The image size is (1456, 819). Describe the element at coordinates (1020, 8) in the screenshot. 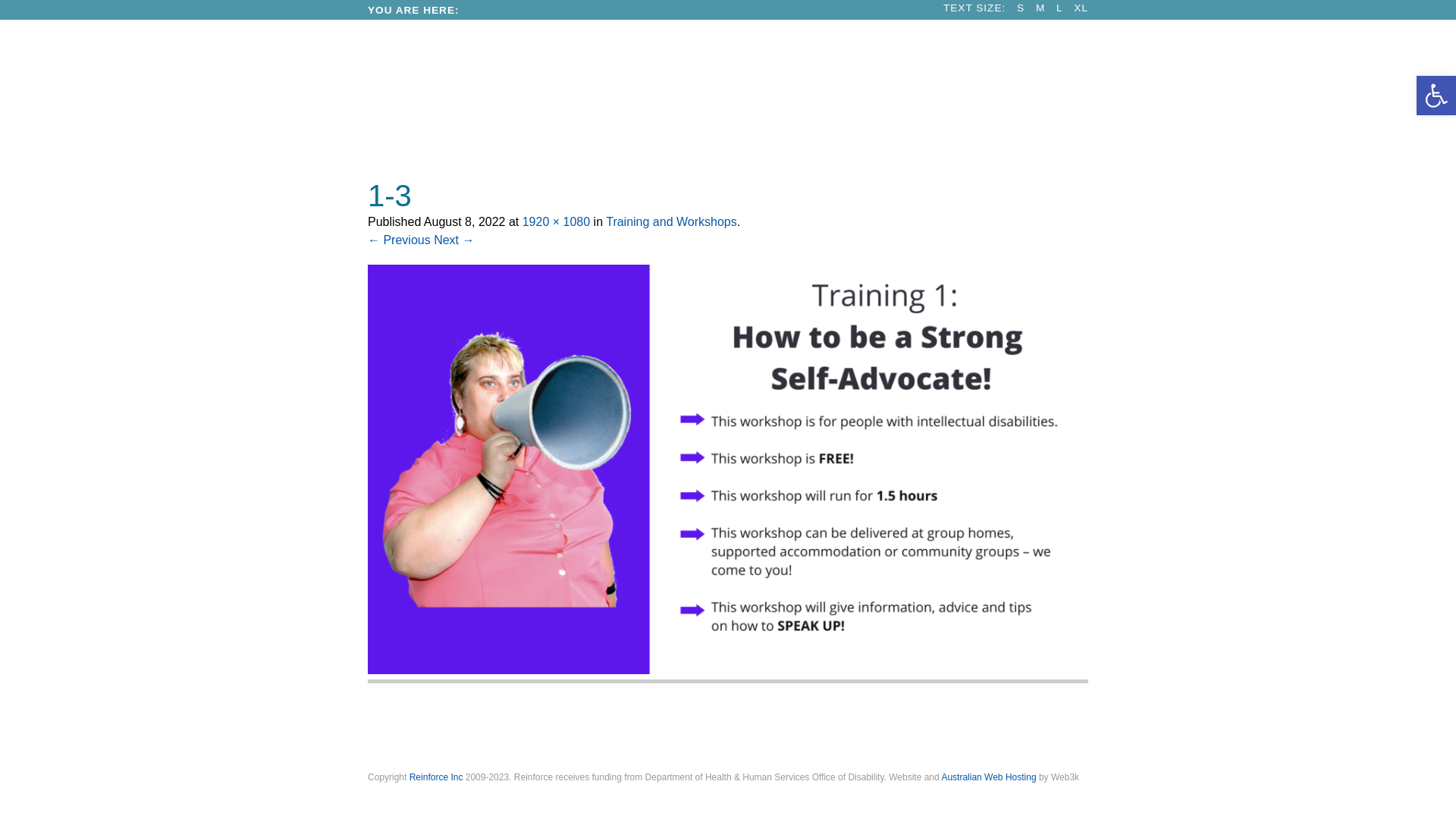

I see `'S'` at that location.